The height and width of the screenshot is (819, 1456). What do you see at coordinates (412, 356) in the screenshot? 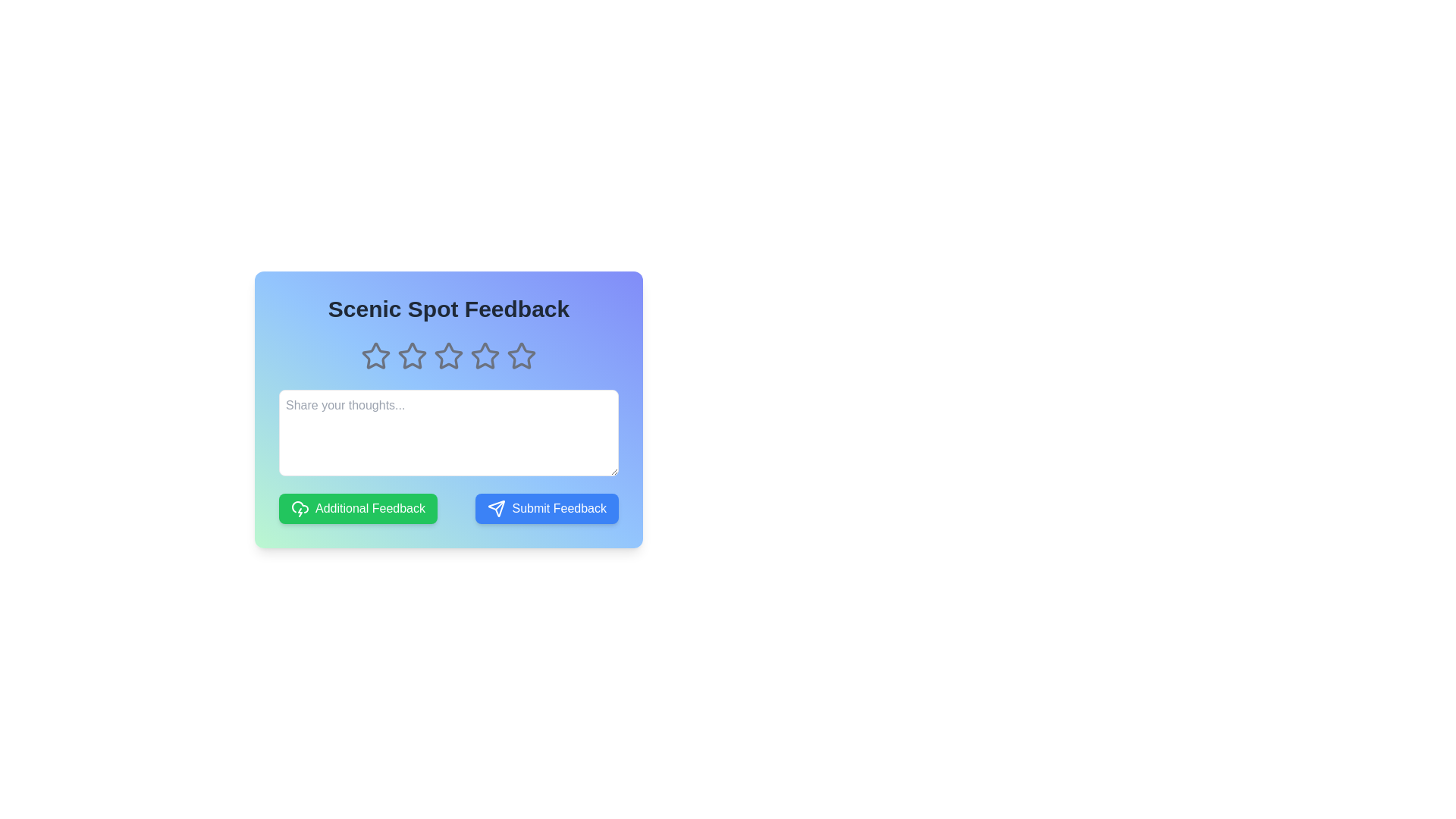
I see `the star corresponding to the desired rating 2` at bounding box center [412, 356].